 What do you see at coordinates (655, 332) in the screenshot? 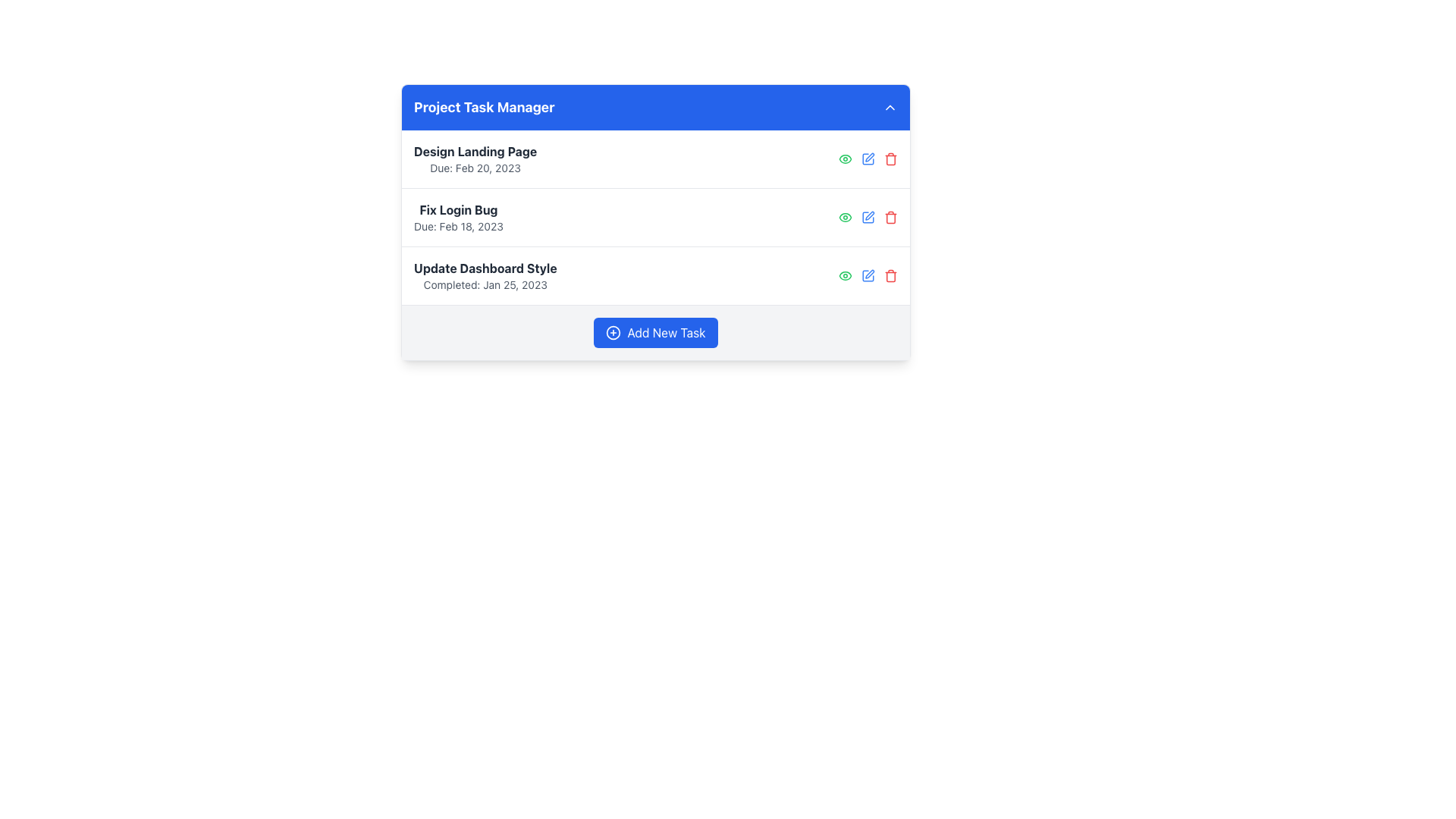
I see `the 'Add New Task' button, which has rounded corners, a blue background, and a white plus icon on the left, located centrally at the bottom of the light grey section` at bounding box center [655, 332].